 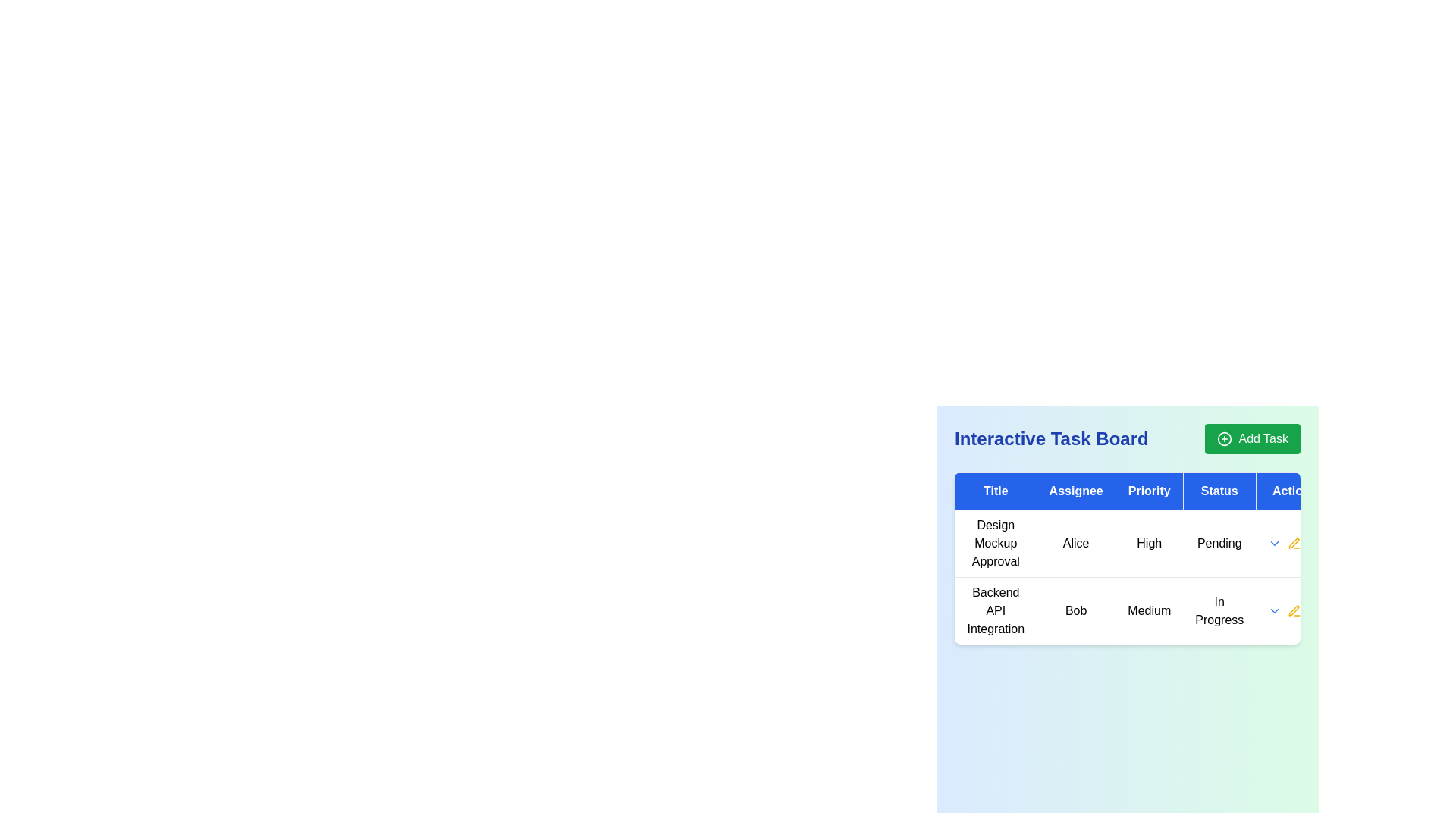 What do you see at coordinates (1294, 543) in the screenshot?
I see `the pencil icon located in the Action column of the data table to initiate the edit functionality for the corresponding row` at bounding box center [1294, 543].